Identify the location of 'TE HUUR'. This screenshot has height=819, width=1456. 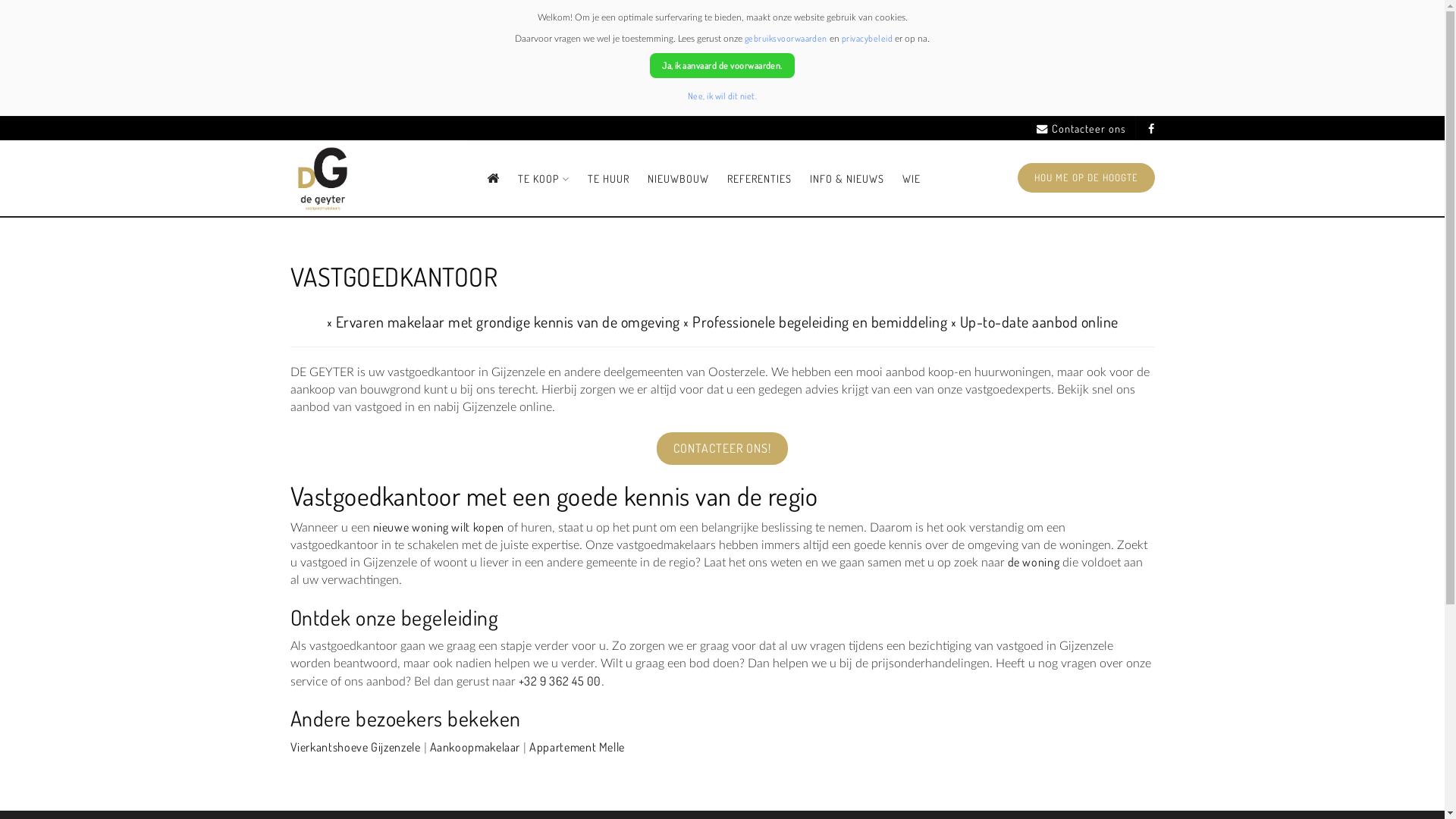
(608, 177).